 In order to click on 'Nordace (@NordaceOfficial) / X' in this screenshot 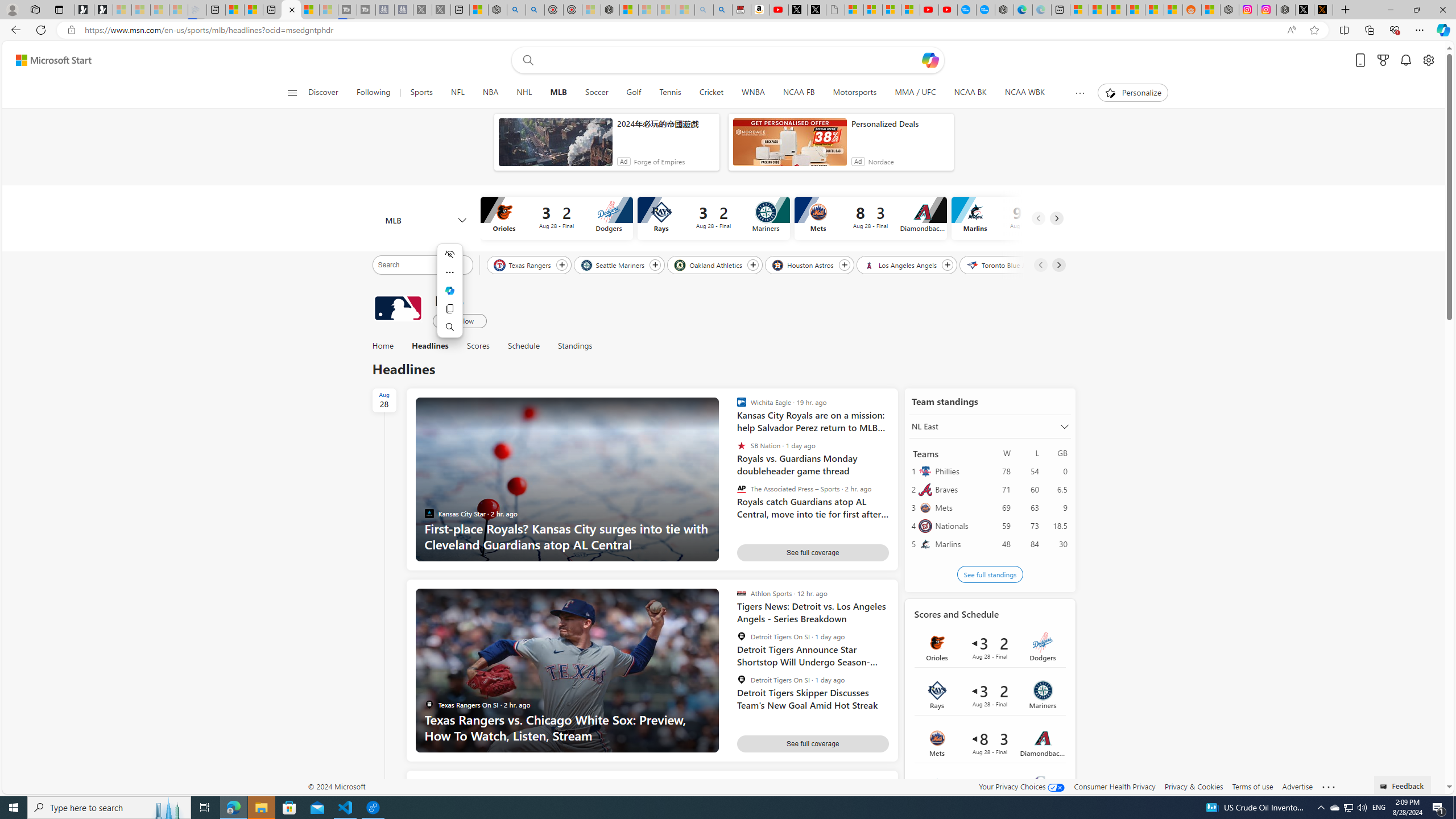, I will do `click(1304, 9)`.